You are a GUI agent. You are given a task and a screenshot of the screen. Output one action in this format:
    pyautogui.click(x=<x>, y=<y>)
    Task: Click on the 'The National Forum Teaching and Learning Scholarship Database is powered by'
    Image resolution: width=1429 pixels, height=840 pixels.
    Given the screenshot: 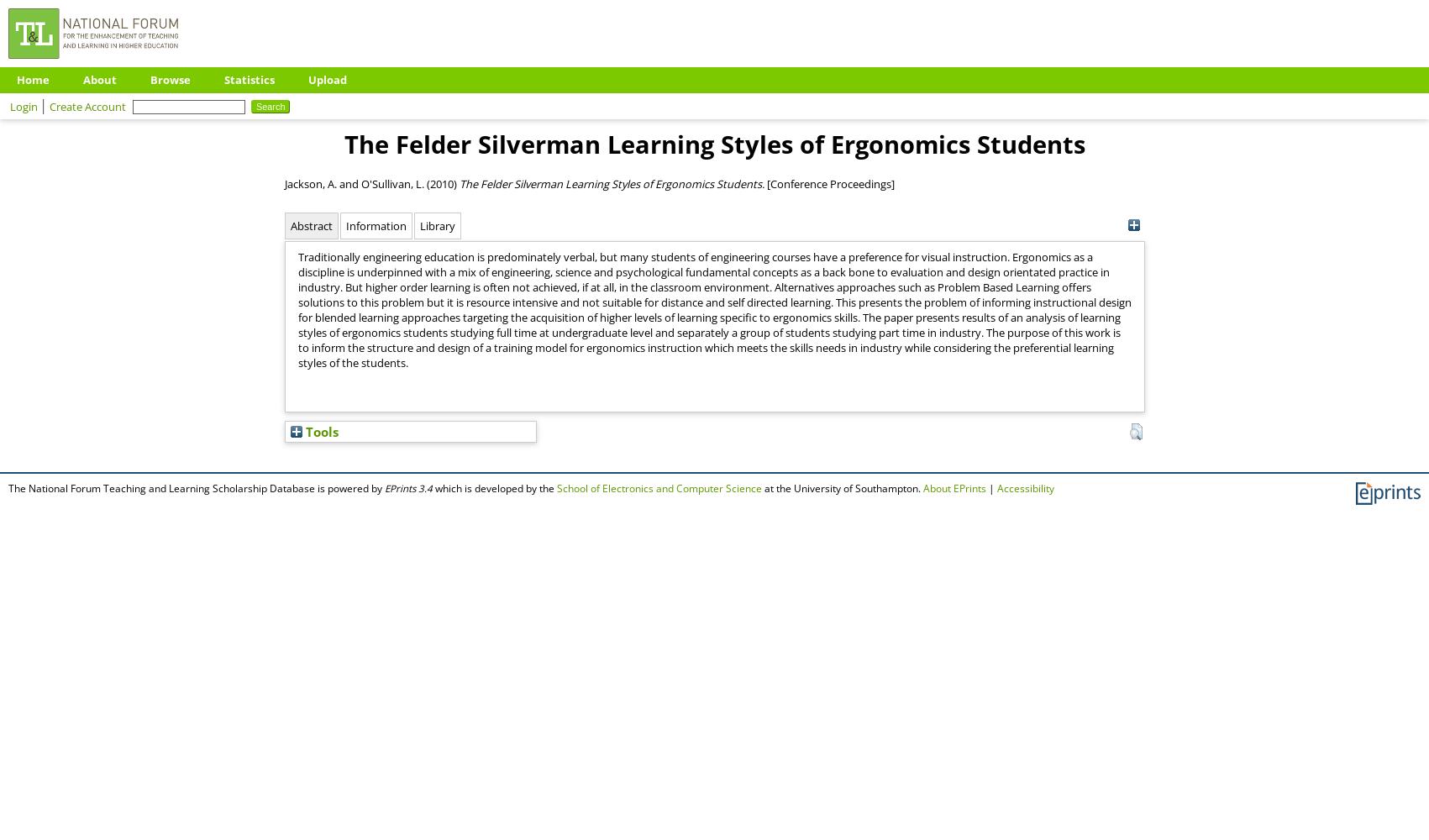 What is the action you would take?
    pyautogui.click(x=196, y=487)
    